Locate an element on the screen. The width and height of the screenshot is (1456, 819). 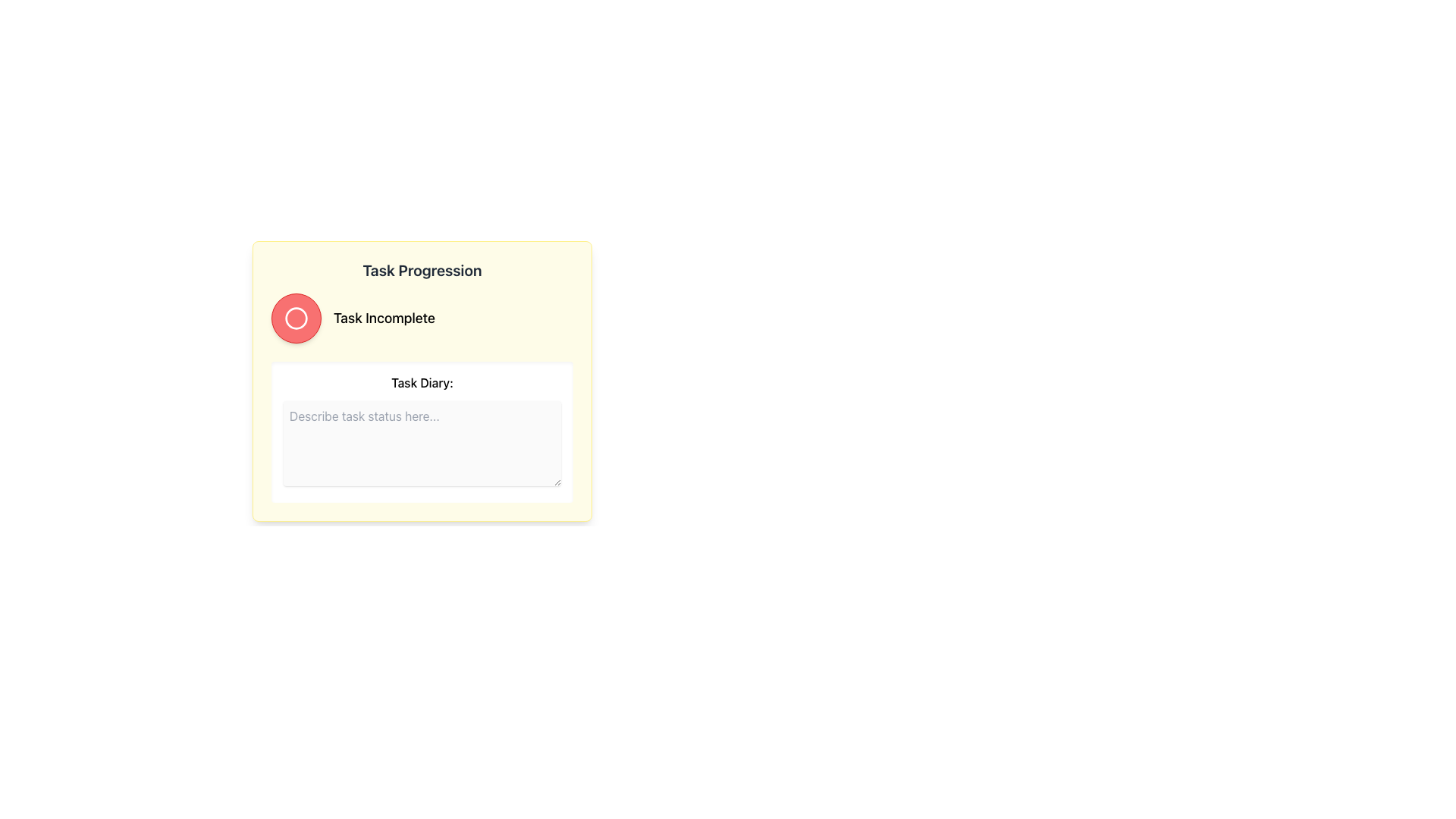
the text label indicating the content to be entered into the text area, which is positioned directly above the text area input field and below the heading 'Task Progression' is located at coordinates (422, 382).